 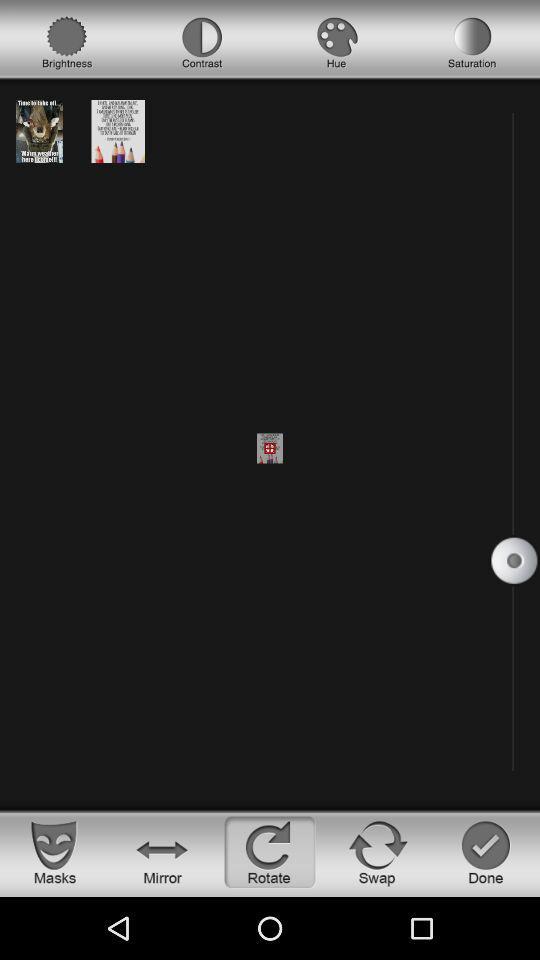 What do you see at coordinates (67, 42) in the screenshot?
I see `access brightness settings` at bounding box center [67, 42].